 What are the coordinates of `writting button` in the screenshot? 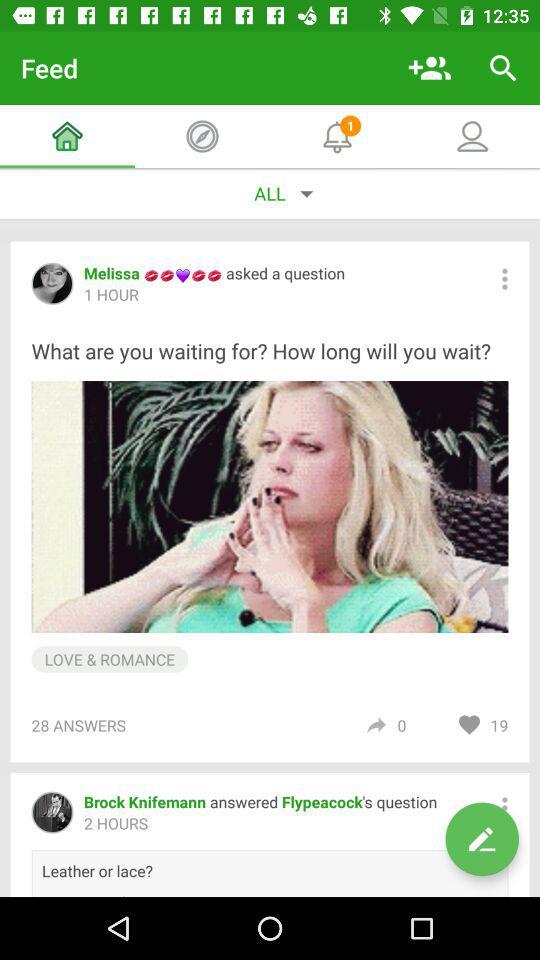 It's located at (481, 839).